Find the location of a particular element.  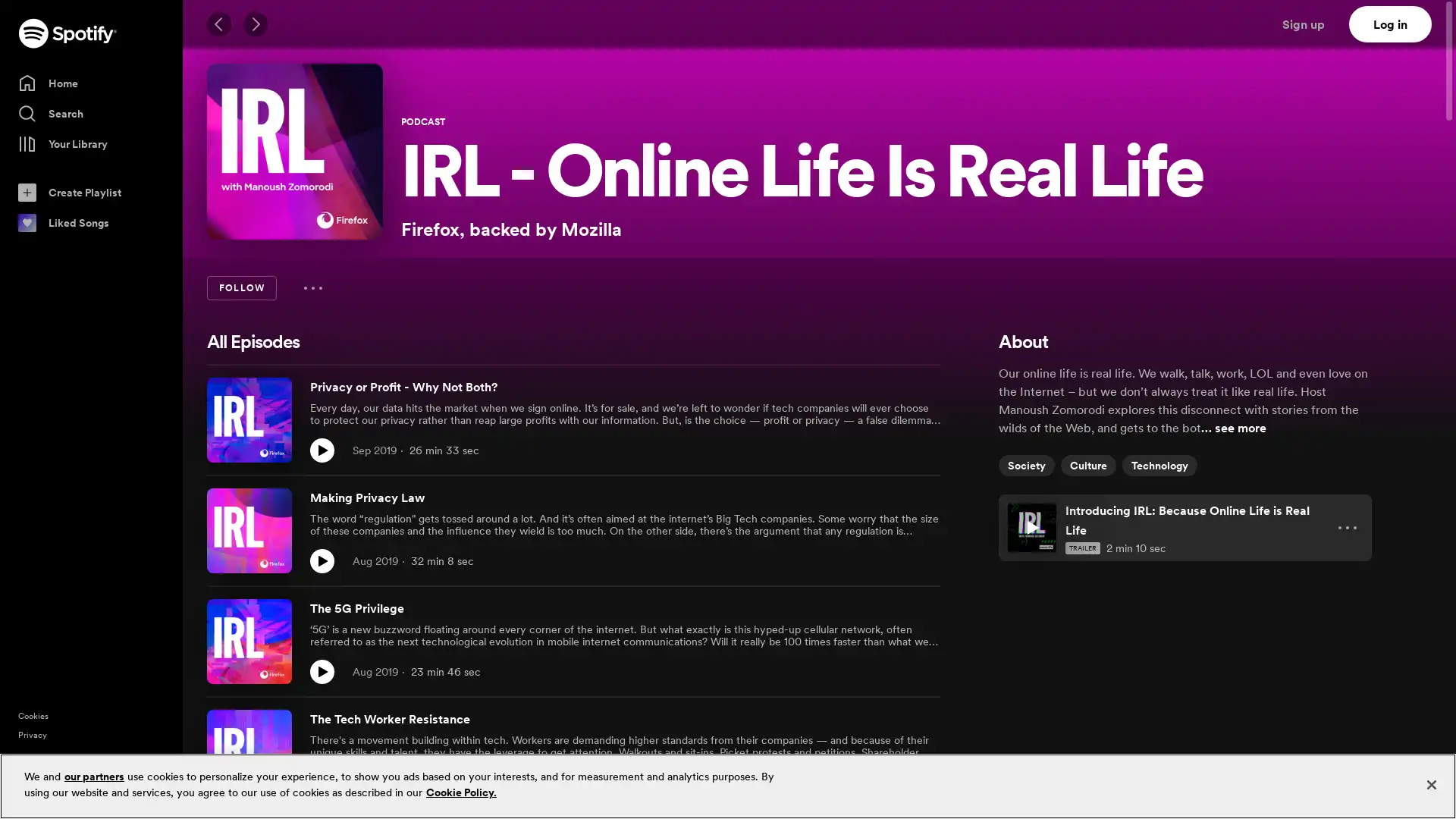

Sign up is located at coordinates (1312, 24).